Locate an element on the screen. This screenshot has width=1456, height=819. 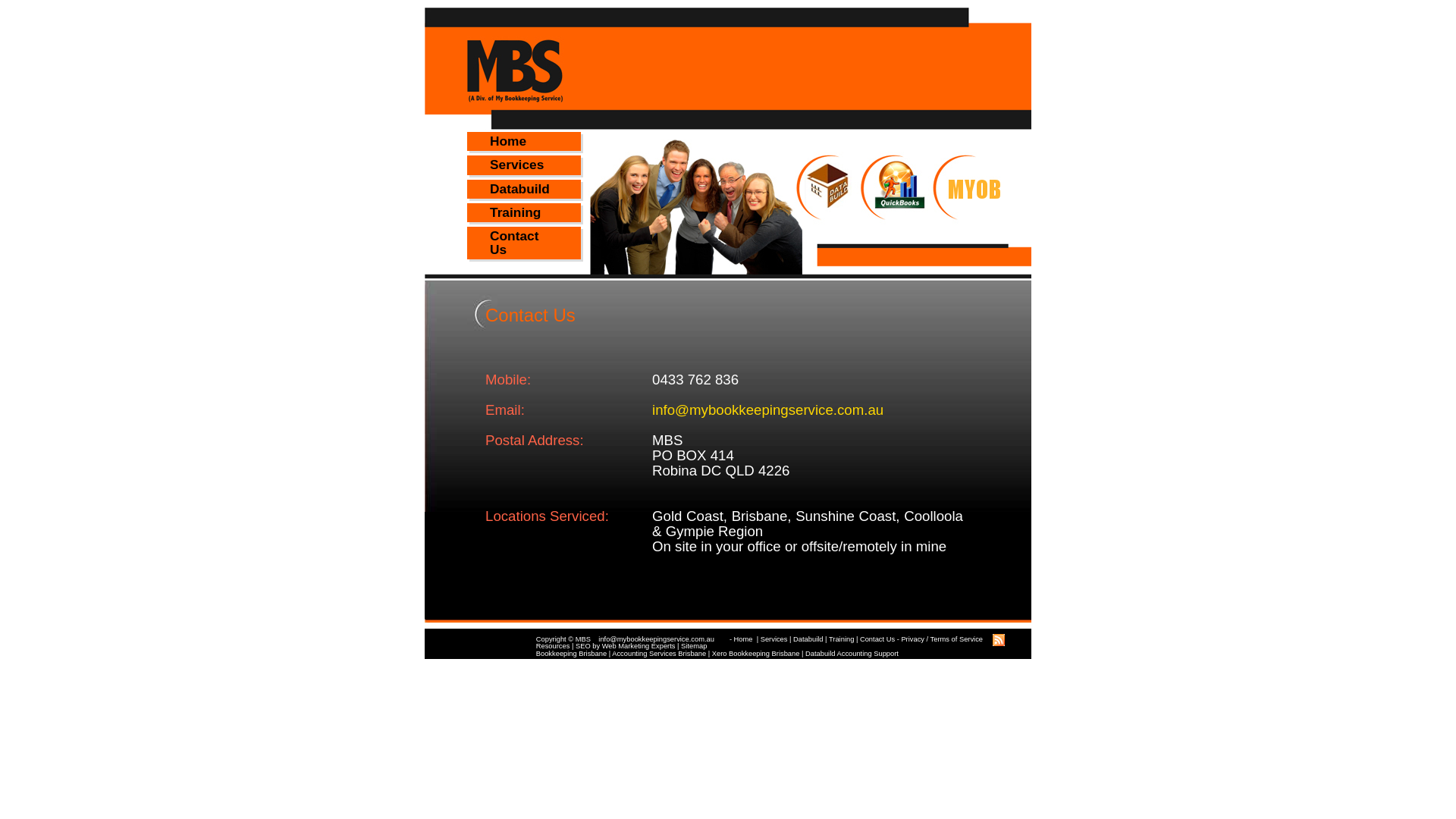
'XML Sitemap' is located at coordinates (998, 646).